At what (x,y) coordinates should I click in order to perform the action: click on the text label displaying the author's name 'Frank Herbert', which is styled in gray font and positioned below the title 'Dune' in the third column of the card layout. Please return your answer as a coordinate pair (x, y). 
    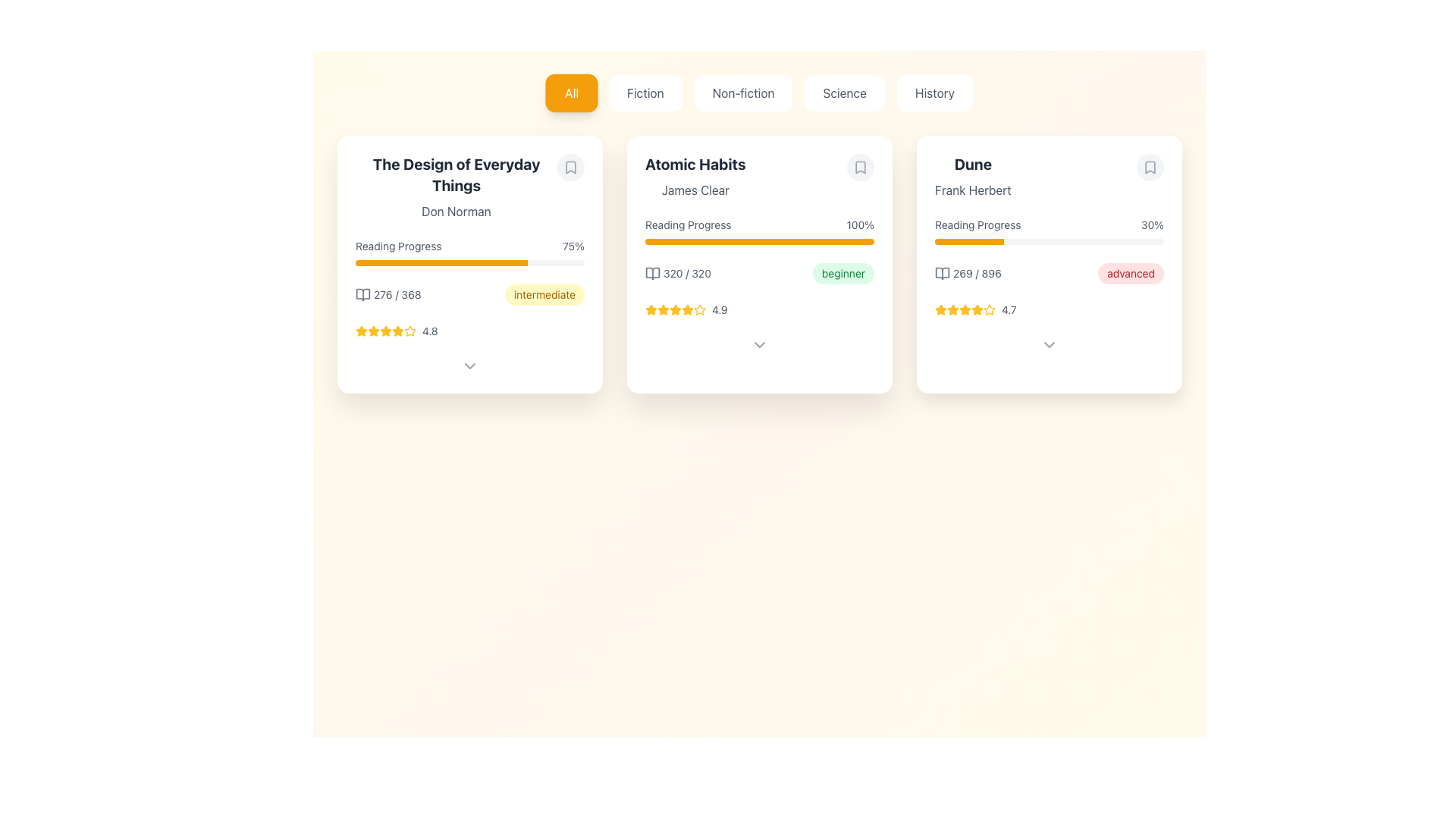
    Looking at the image, I should click on (973, 189).